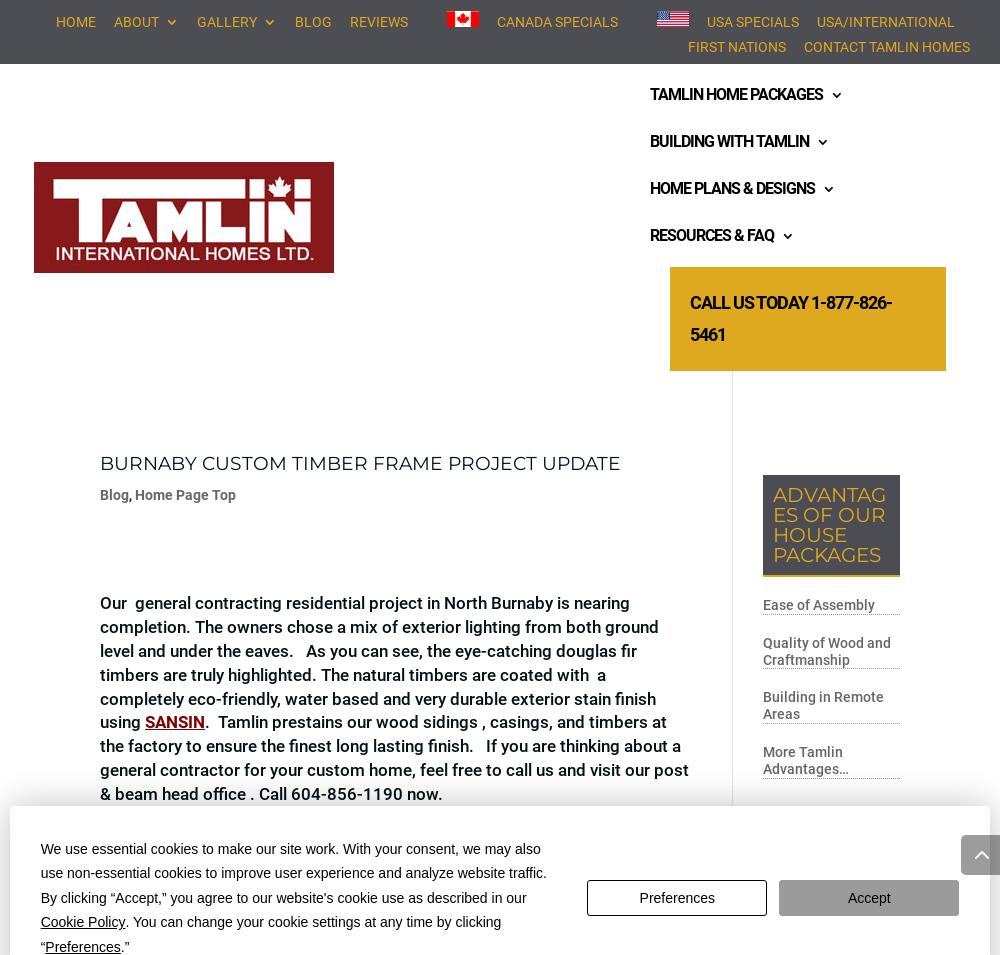 The height and width of the screenshot is (955, 1000). What do you see at coordinates (822, 704) in the screenshot?
I see `'Building in Remote Areas'` at bounding box center [822, 704].